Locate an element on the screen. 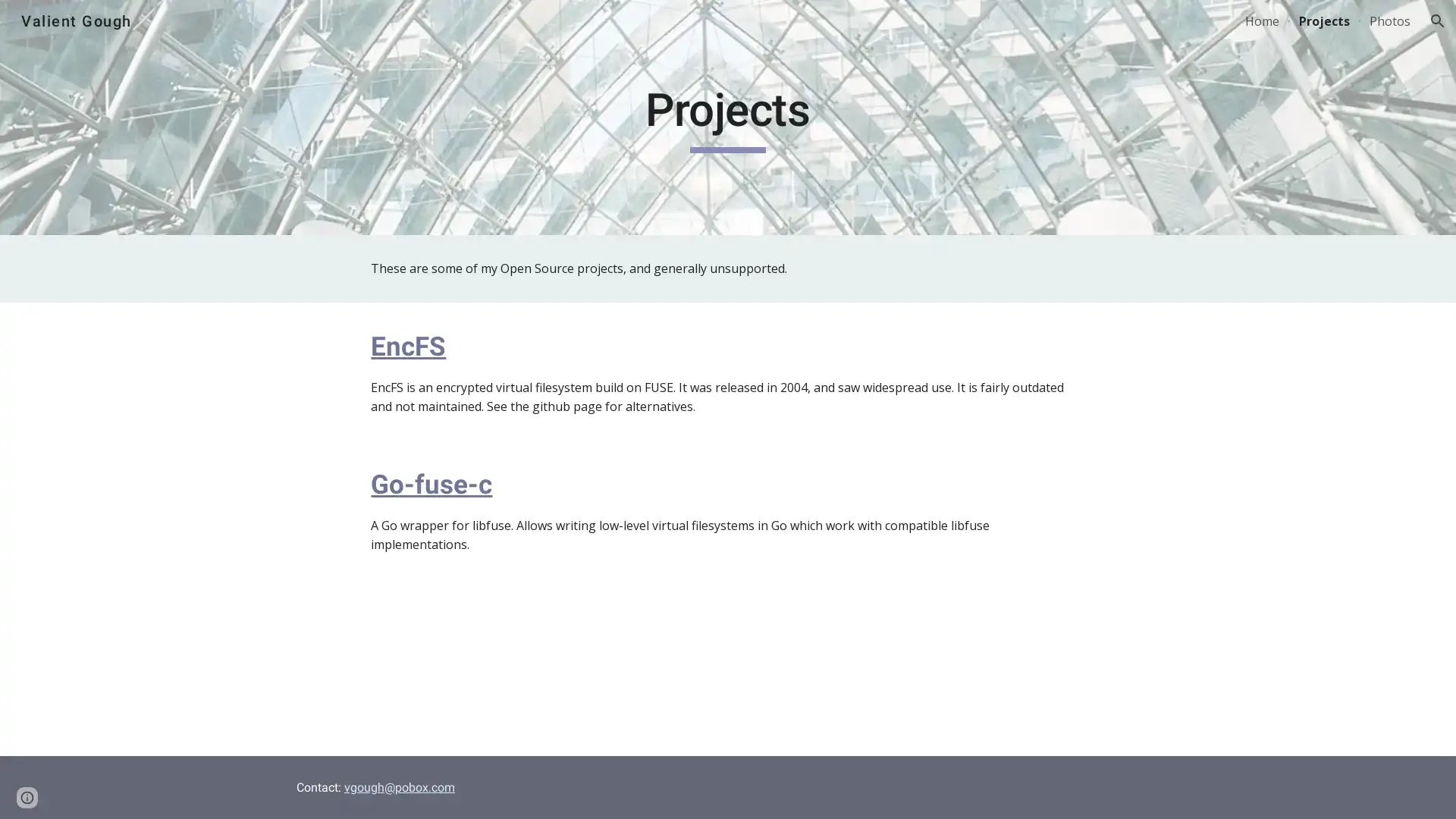 This screenshot has height=819, width=1456. Skip to navigation is located at coordinates (864, 28).